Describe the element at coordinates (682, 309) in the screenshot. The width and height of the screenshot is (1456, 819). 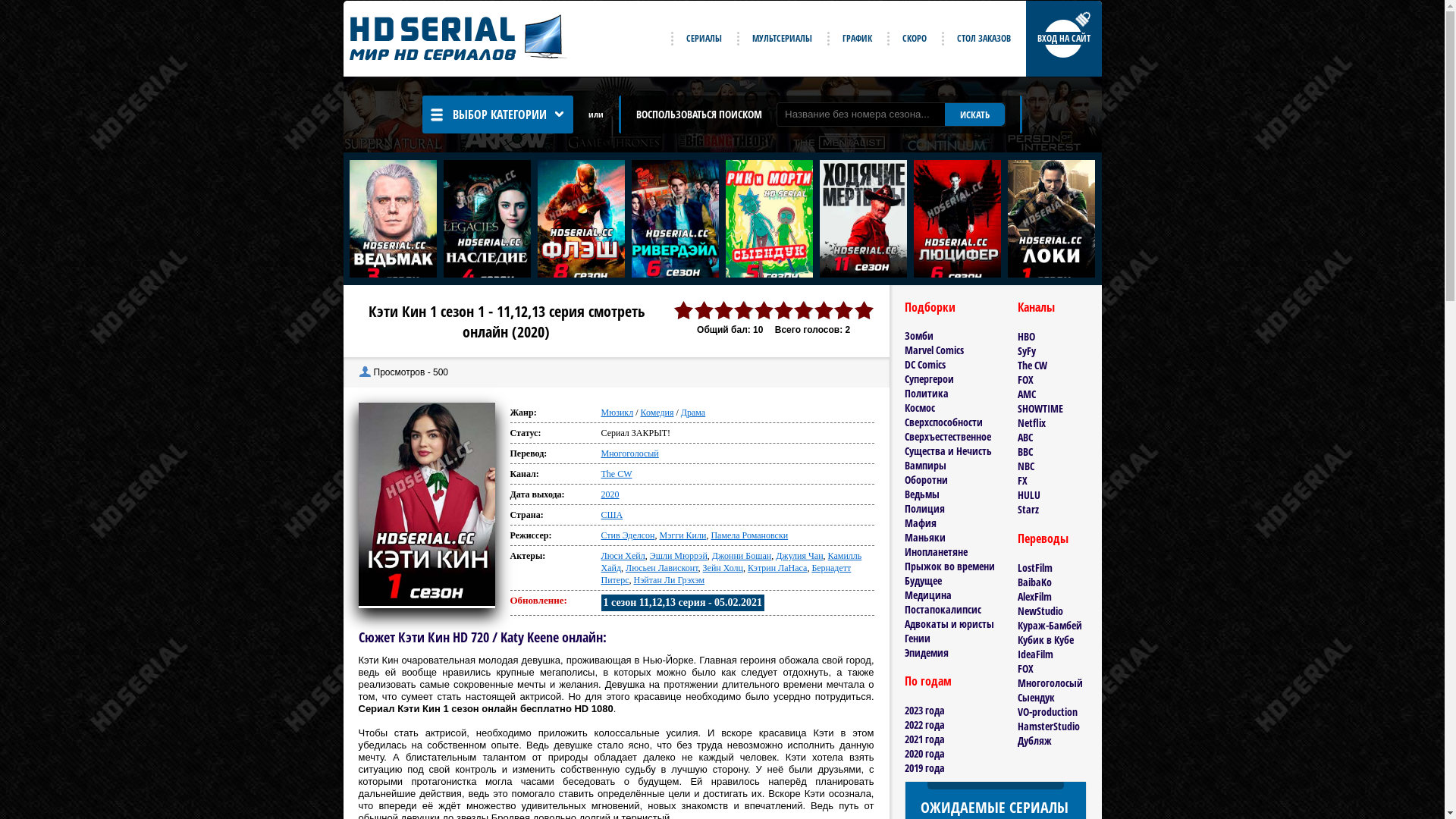
I see `'1'` at that location.